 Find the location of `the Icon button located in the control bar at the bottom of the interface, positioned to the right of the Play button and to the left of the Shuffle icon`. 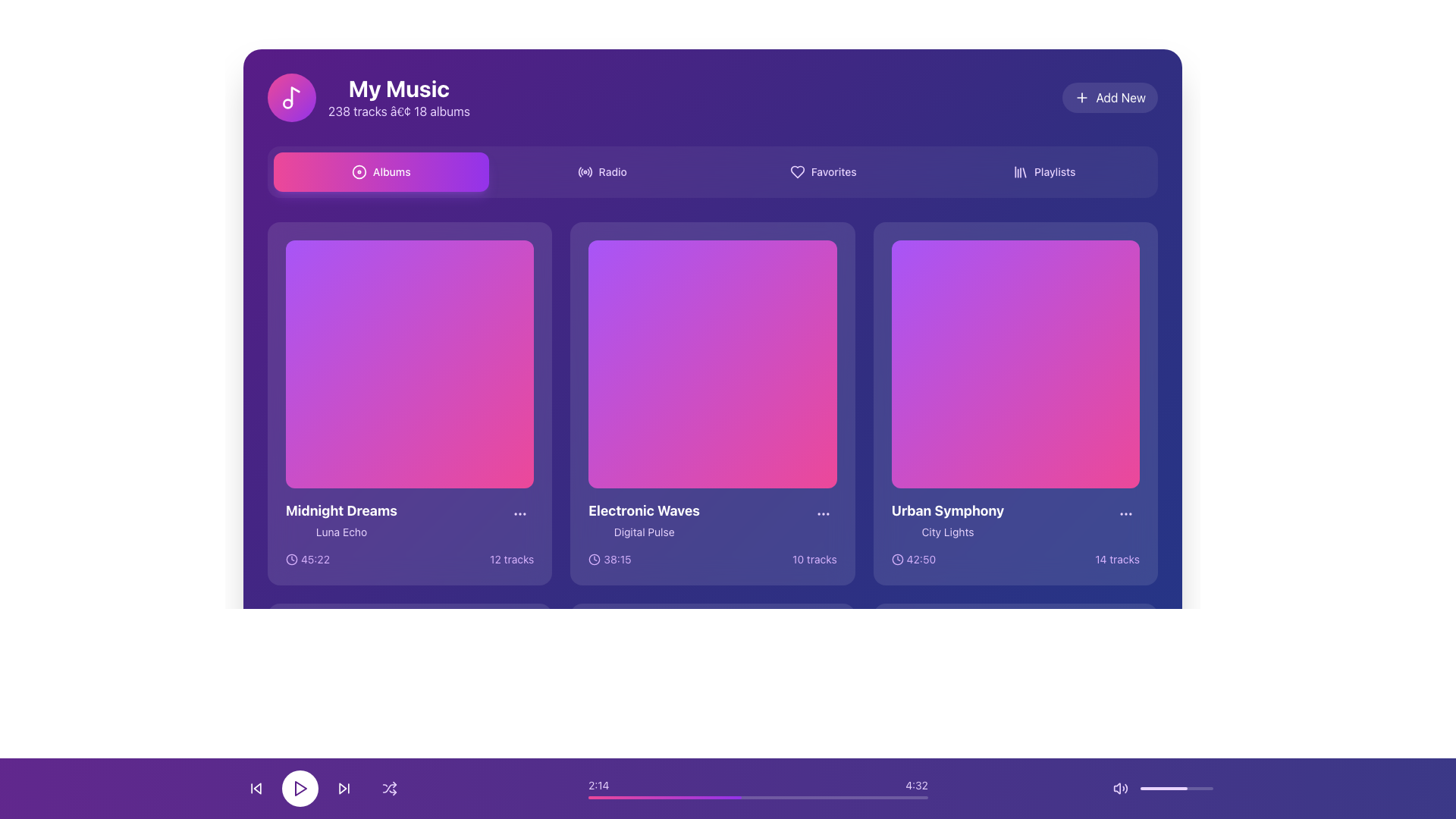

the Icon button located in the control bar at the bottom of the interface, positioned to the right of the Play button and to the left of the Shuffle icon is located at coordinates (344, 788).